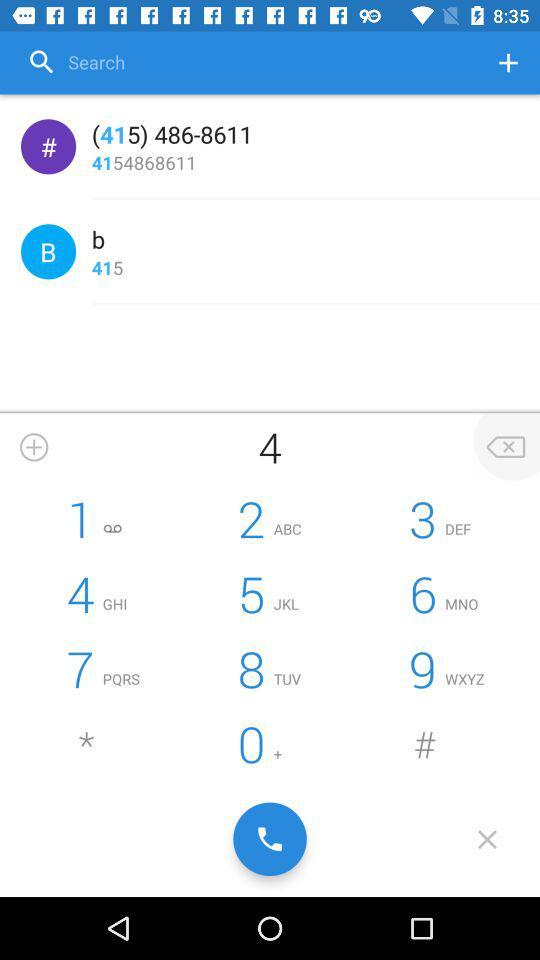 Image resolution: width=540 pixels, height=960 pixels. Describe the element at coordinates (270, 839) in the screenshot. I see `initiate call` at that location.